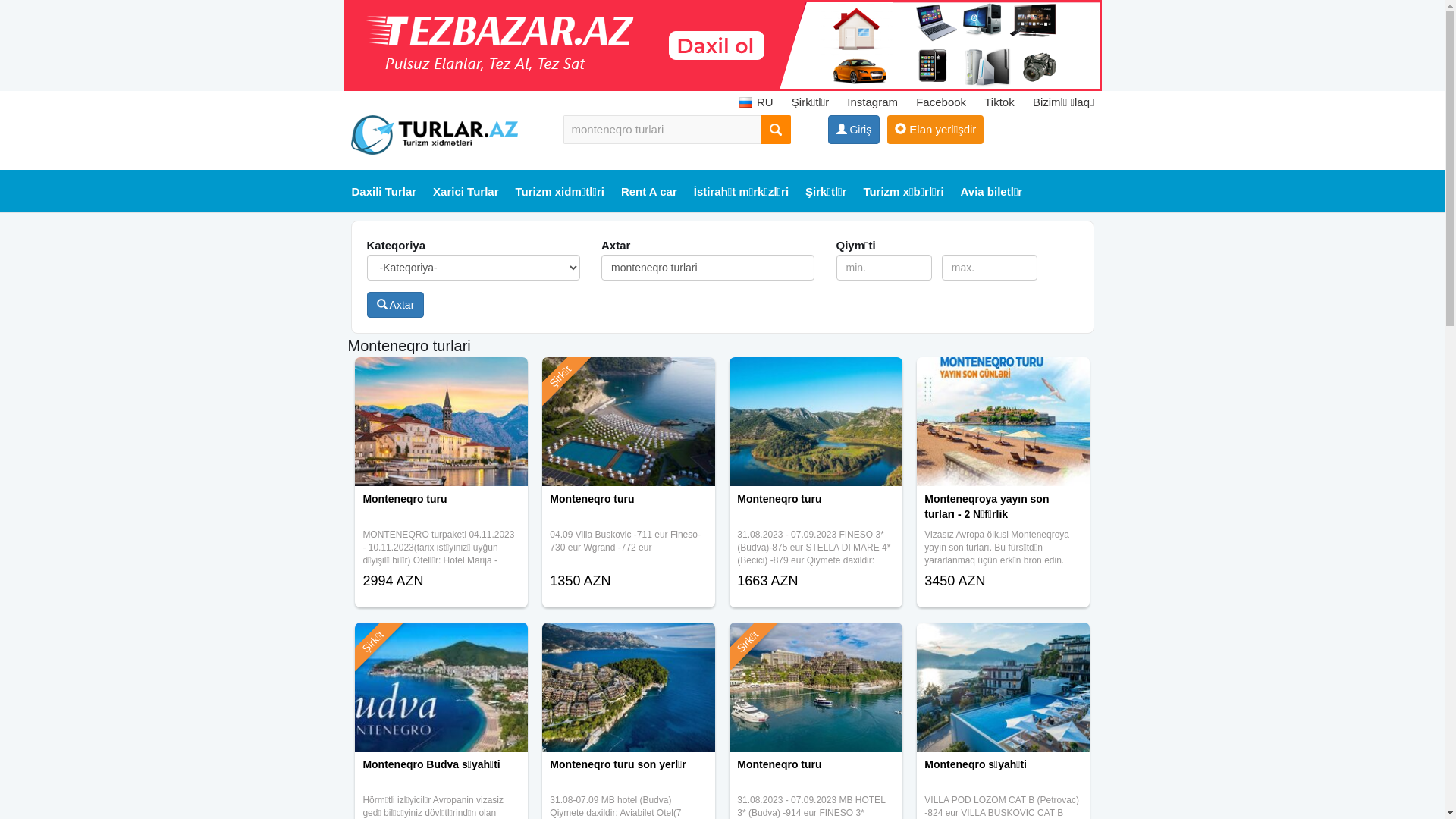  Describe the element at coordinates (872, 102) in the screenshot. I see `'Instagram'` at that location.